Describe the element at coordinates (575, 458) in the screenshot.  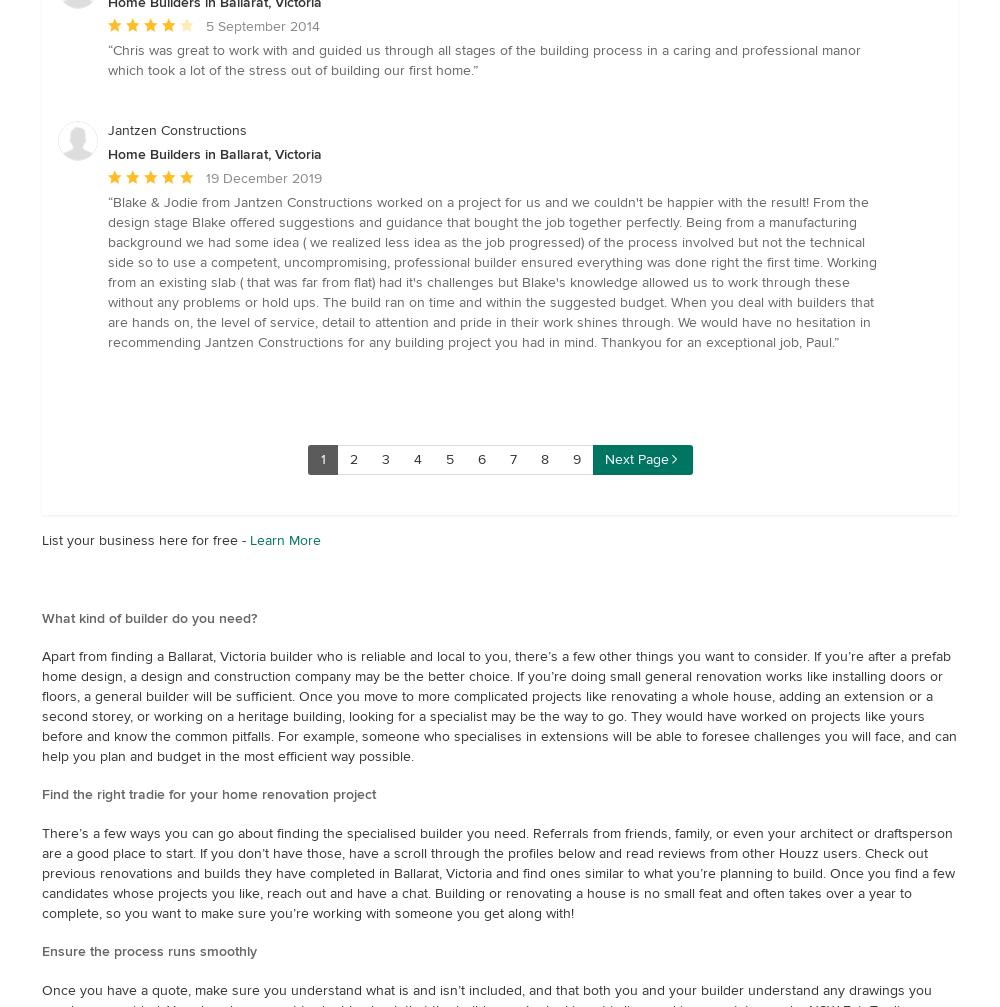
I see `'9'` at that location.